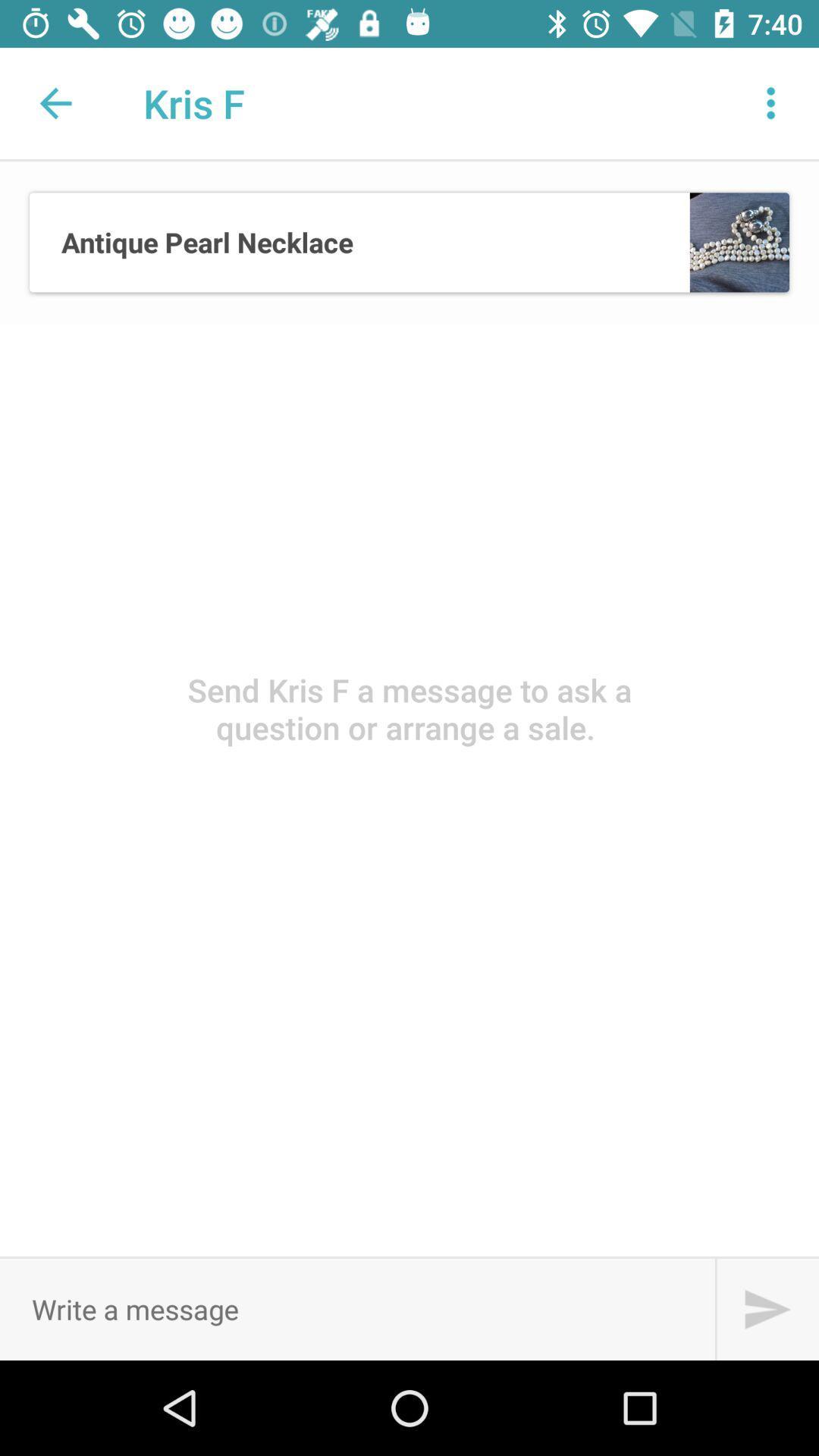 This screenshot has width=819, height=1456. What do you see at coordinates (771, 102) in the screenshot?
I see `more options` at bounding box center [771, 102].